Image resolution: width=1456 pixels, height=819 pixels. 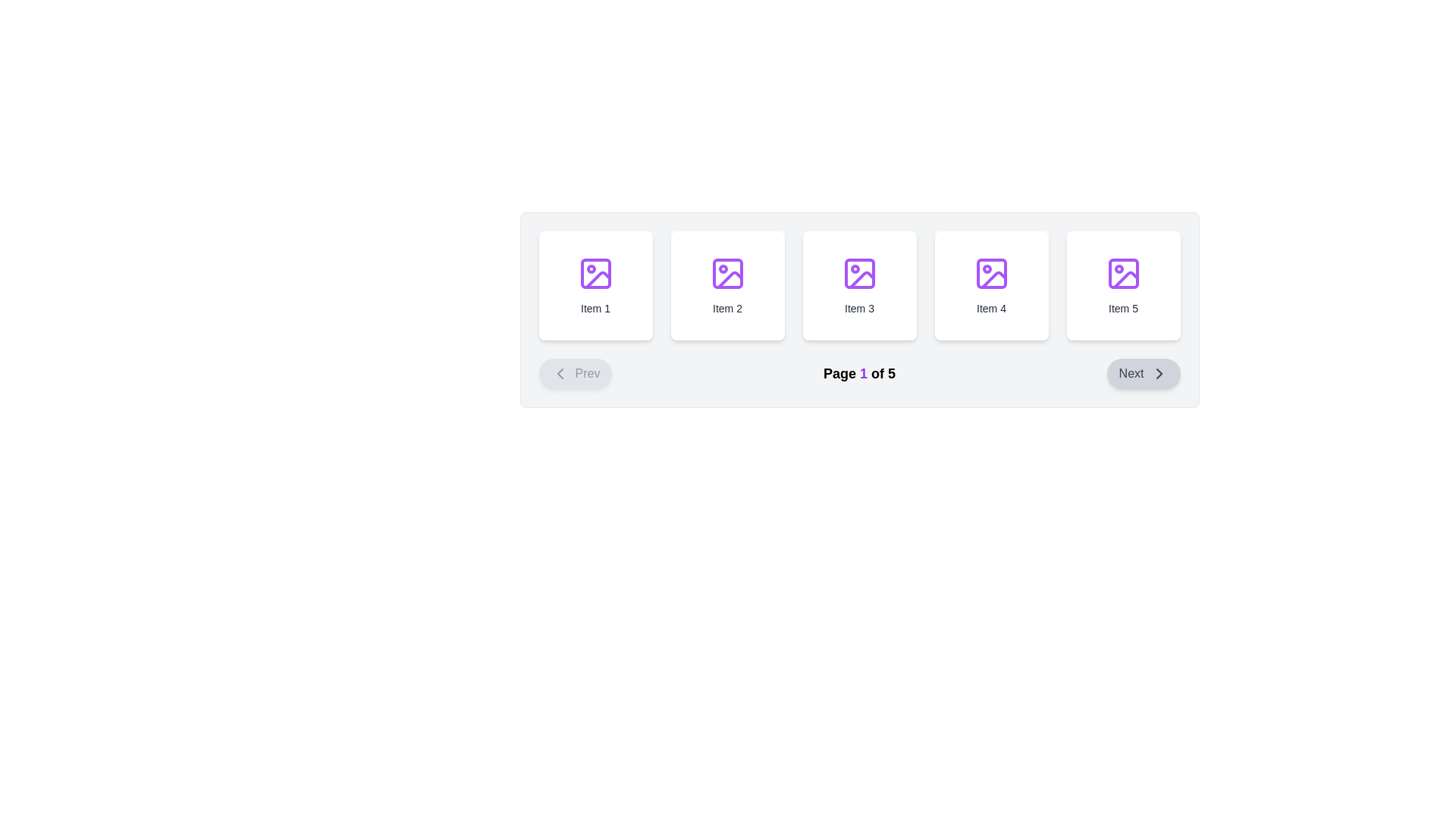 I want to click on the vector graphic icon representing an image, which is located centrally within the second item card of a horizontal list of five cards, so click(x=726, y=274).